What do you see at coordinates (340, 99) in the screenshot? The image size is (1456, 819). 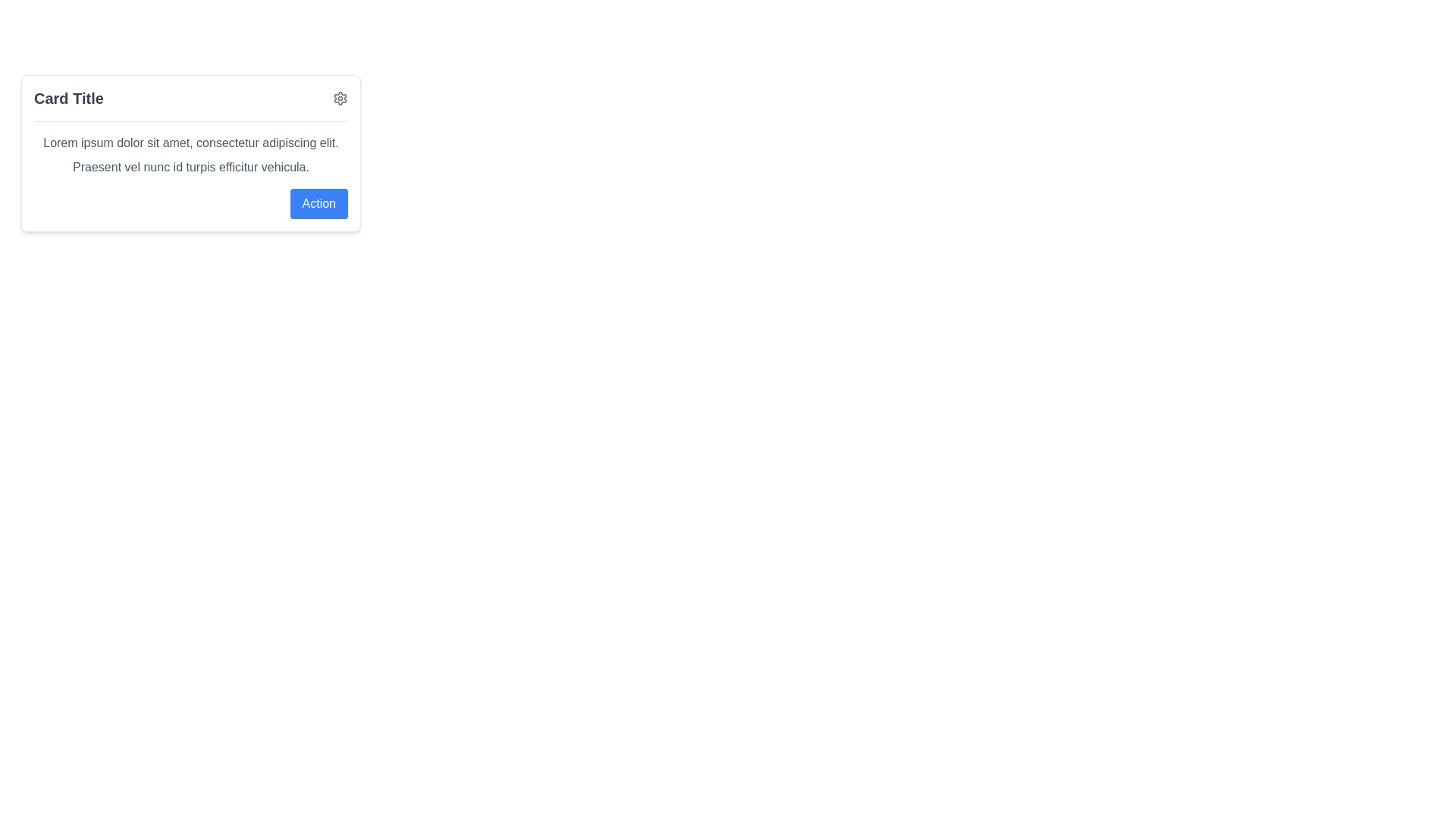 I see `the SVG Icon located in the top-right corner of the card component titled 'Card Title'` at bounding box center [340, 99].